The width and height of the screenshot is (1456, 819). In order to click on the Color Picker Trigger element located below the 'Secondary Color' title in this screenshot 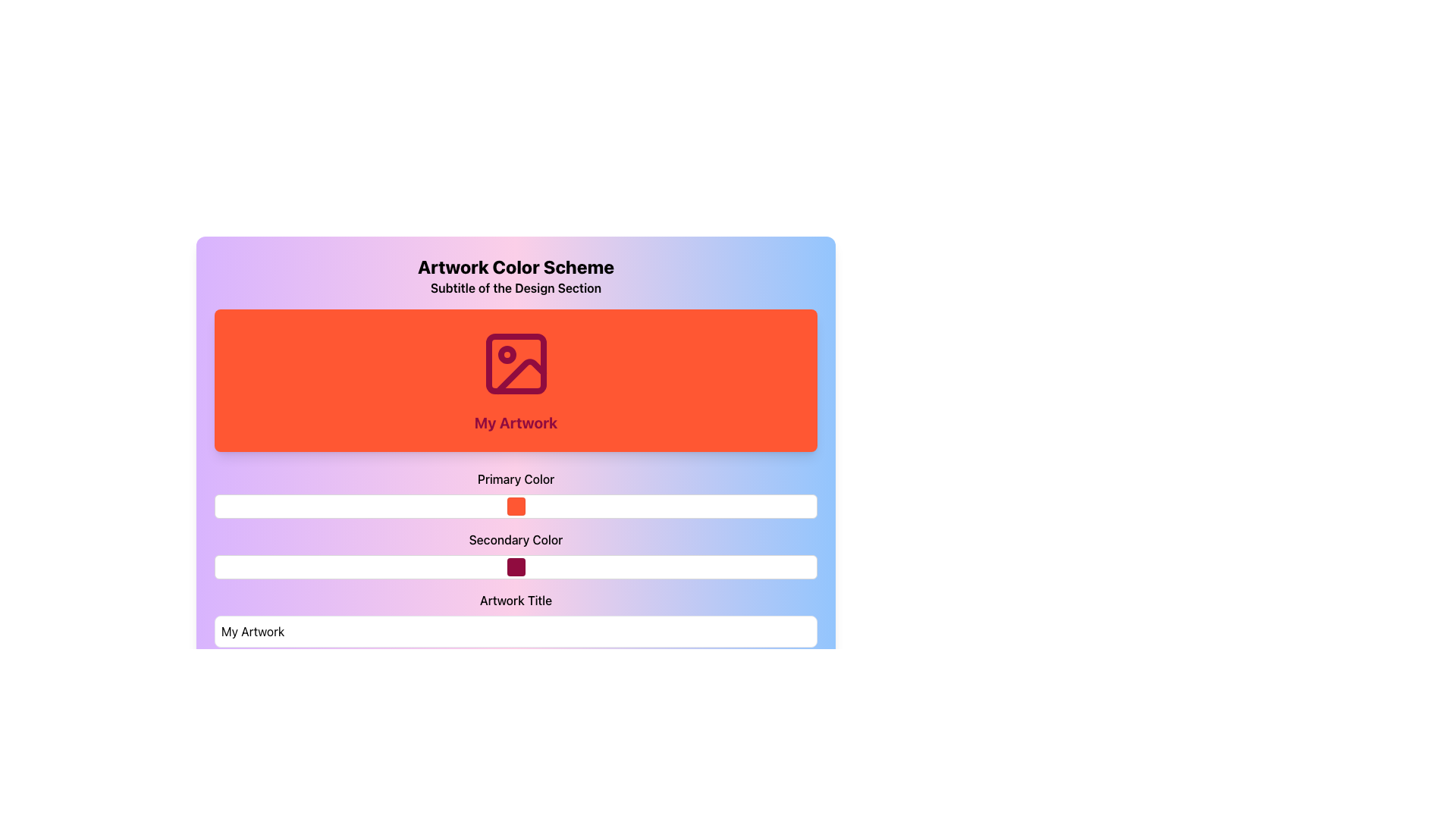, I will do `click(516, 567)`.